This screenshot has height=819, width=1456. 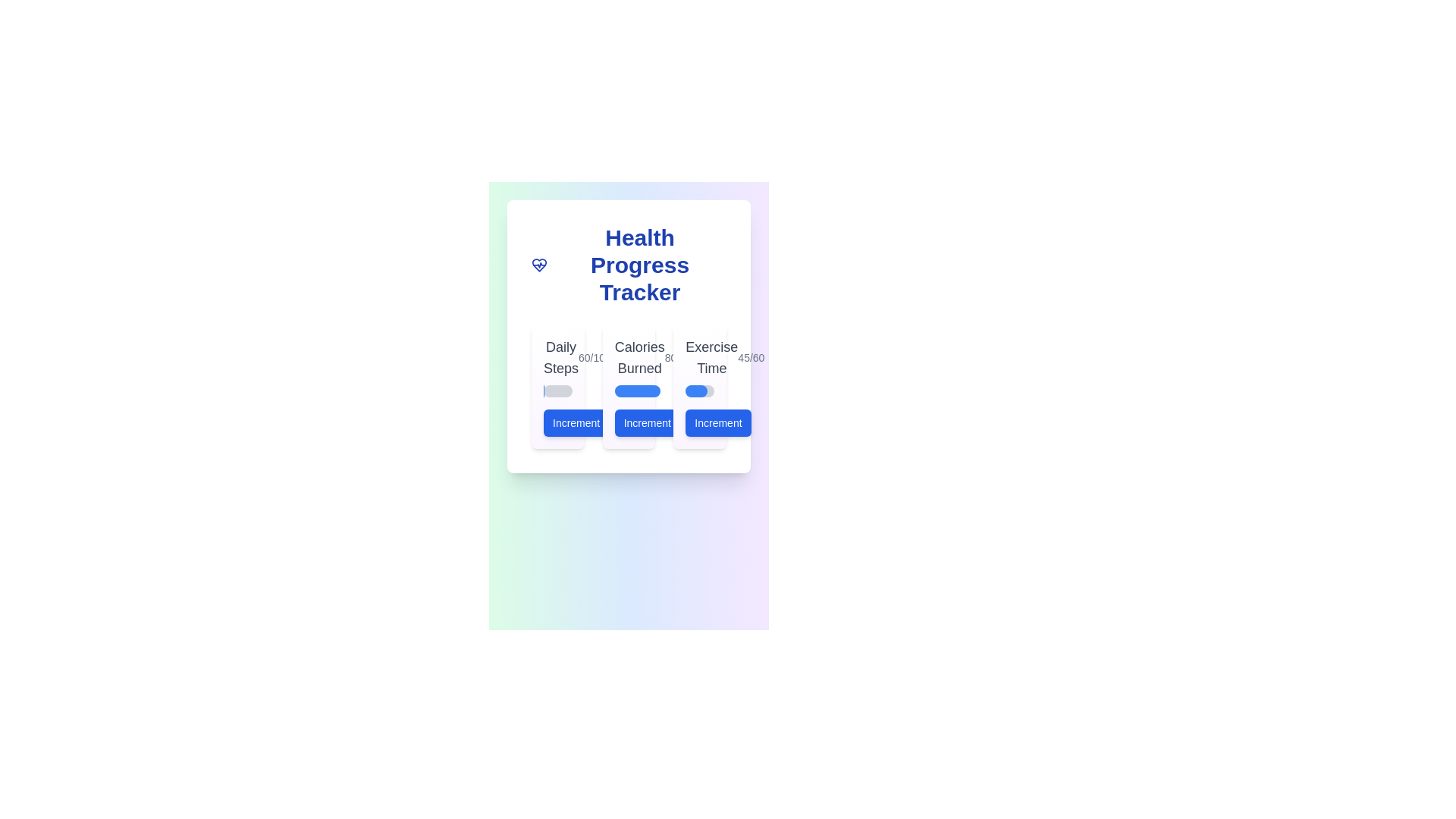 What do you see at coordinates (751, 357) in the screenshot?
I see `text label displaying '45/60' located on the right side of the 'Exercise Time' panel in the 'Health Progress Tracker' interface` at bounding box center [751, 357].